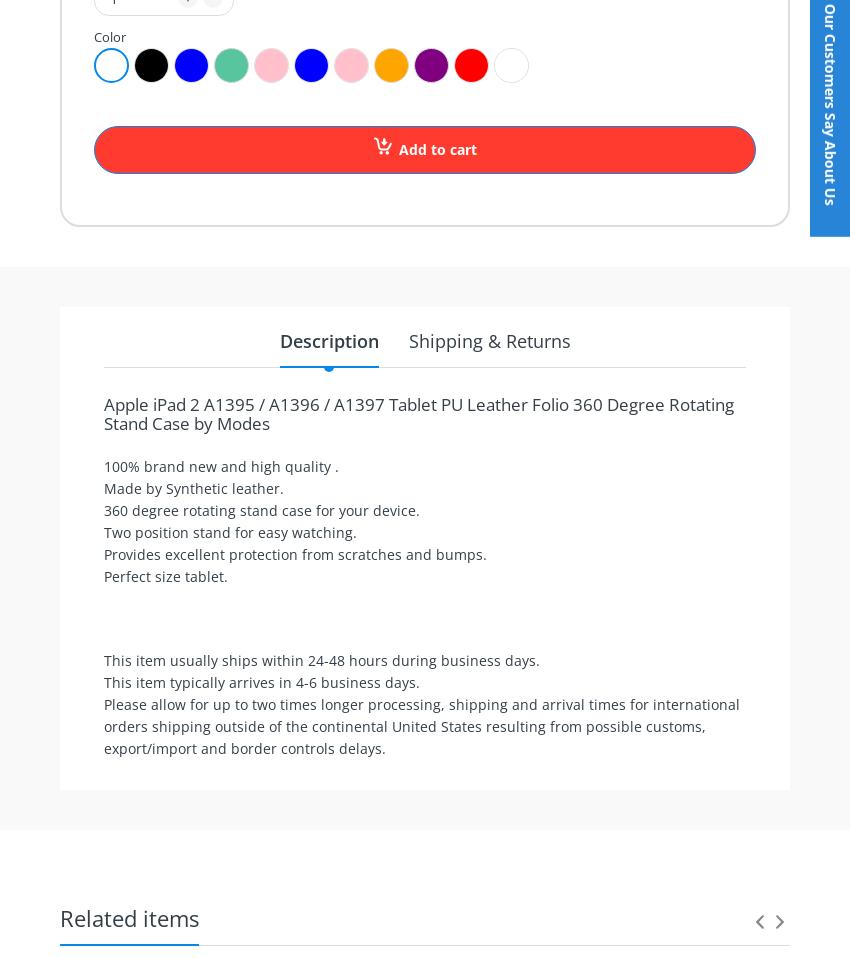 The image size is (850, 958). What do you see at coordinates (102, 576) in the screenshot?
I see `'Perfect size tablet.'` at bounding box center [102, 576].